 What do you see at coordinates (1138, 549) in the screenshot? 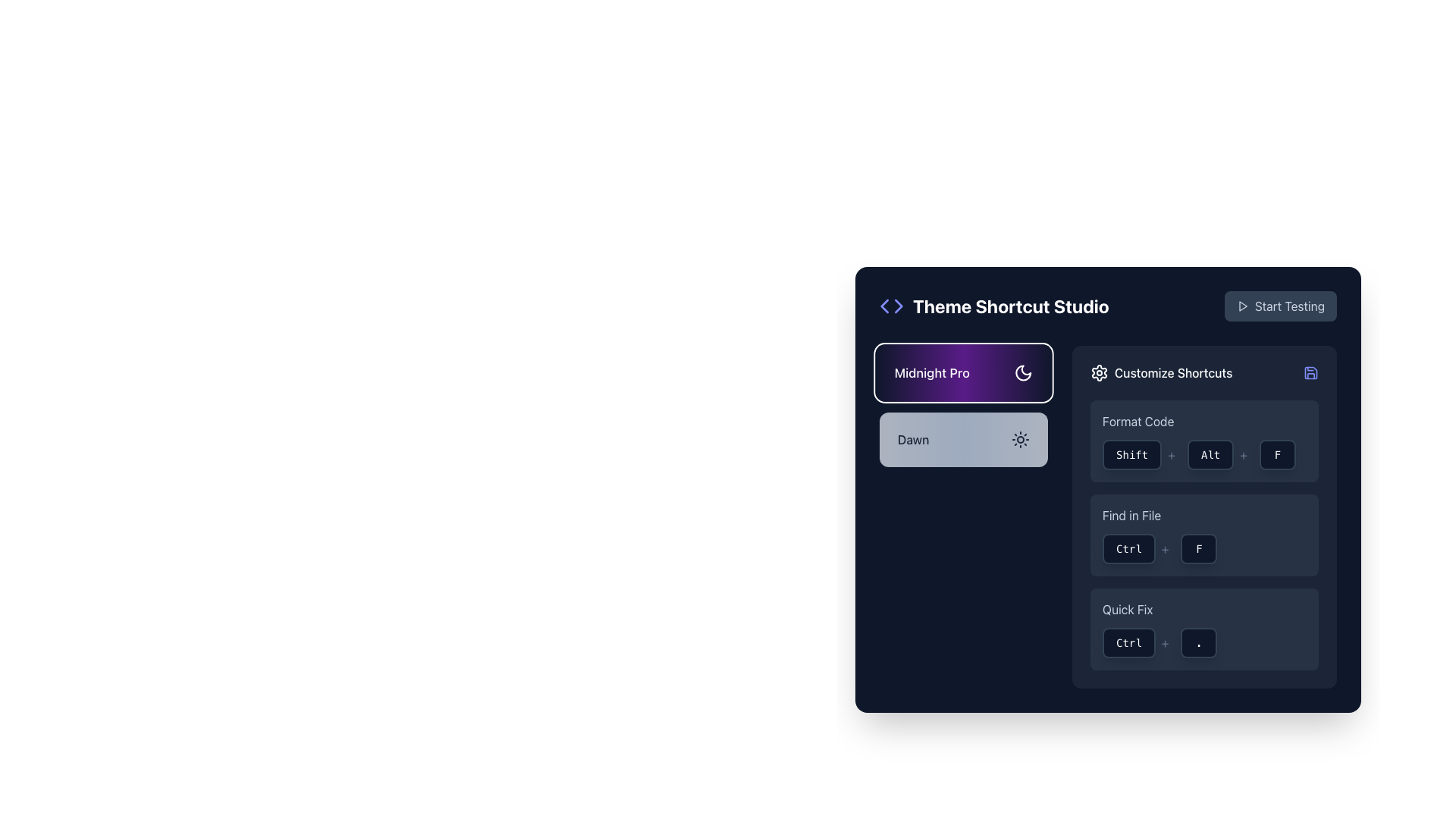
I see `the 'Ctrl' key in the 'Find in File' shortcut representation located in the 'Customize Shortcuts' section, which is the first key in the sequence 'Ctrl + F'` at bounding box center [1138, 549].